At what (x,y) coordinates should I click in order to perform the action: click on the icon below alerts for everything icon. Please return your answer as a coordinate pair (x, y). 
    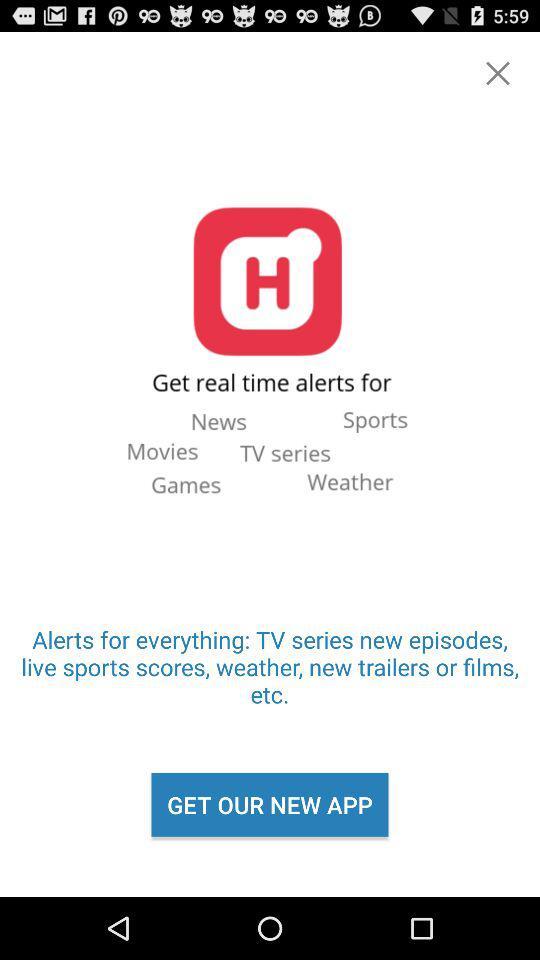
    Looking at the image, I should click on (270, 804).